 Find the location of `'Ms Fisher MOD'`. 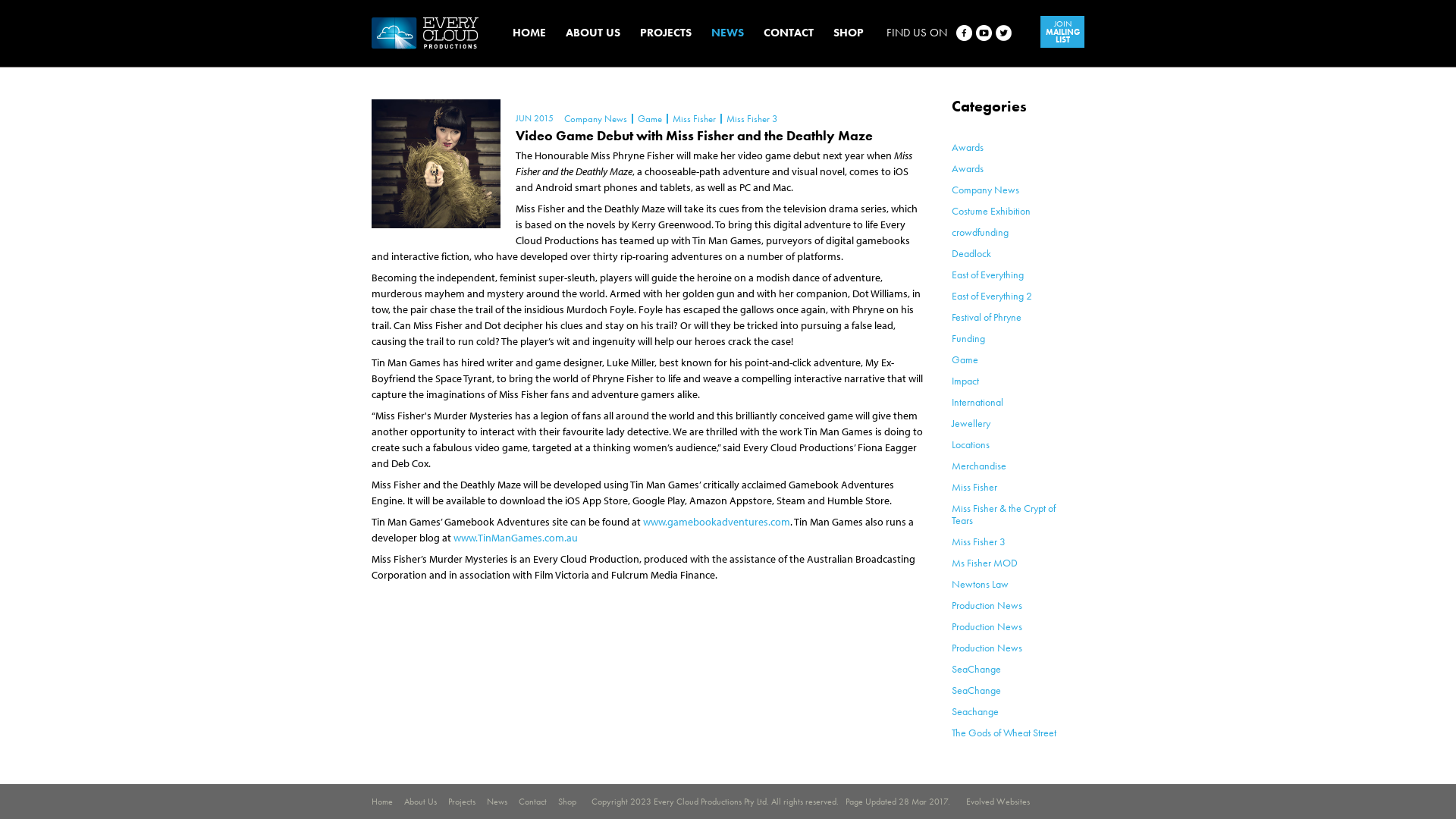

'Ms Fisher MOD' is located at coordinates (984, 562).